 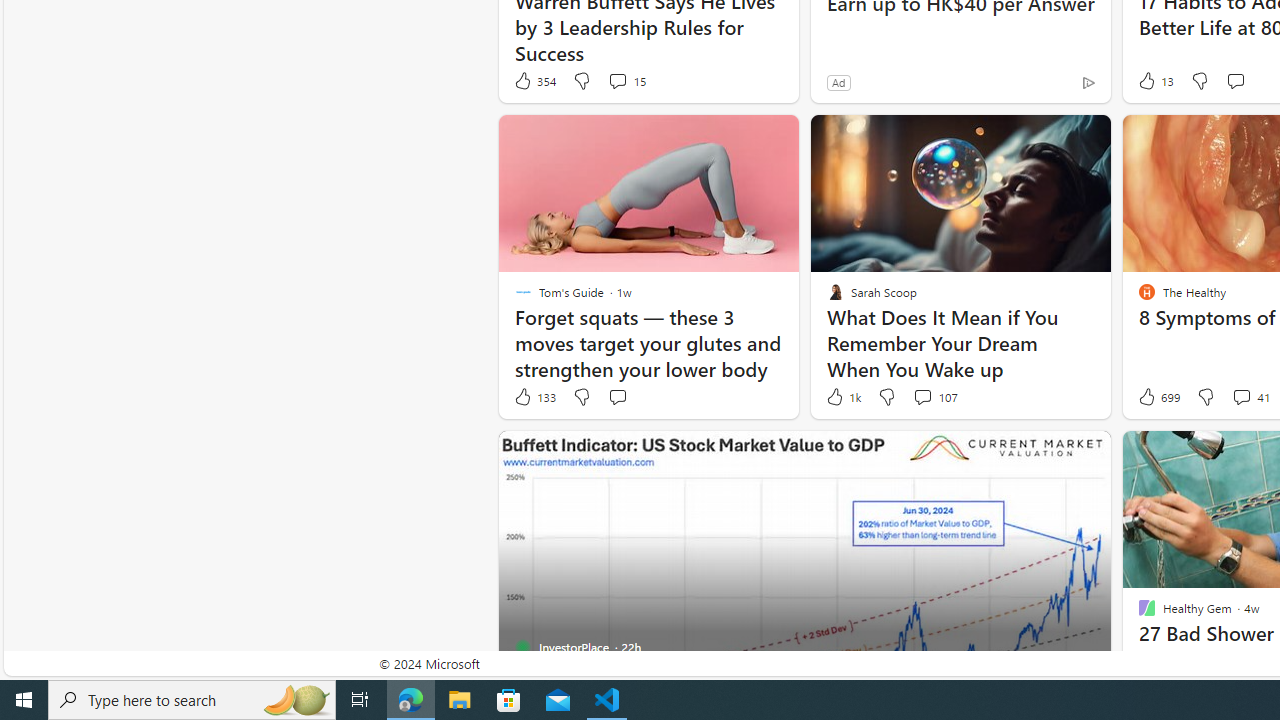 I want to click on 'Hide this story', so click(x=1049, y=455).